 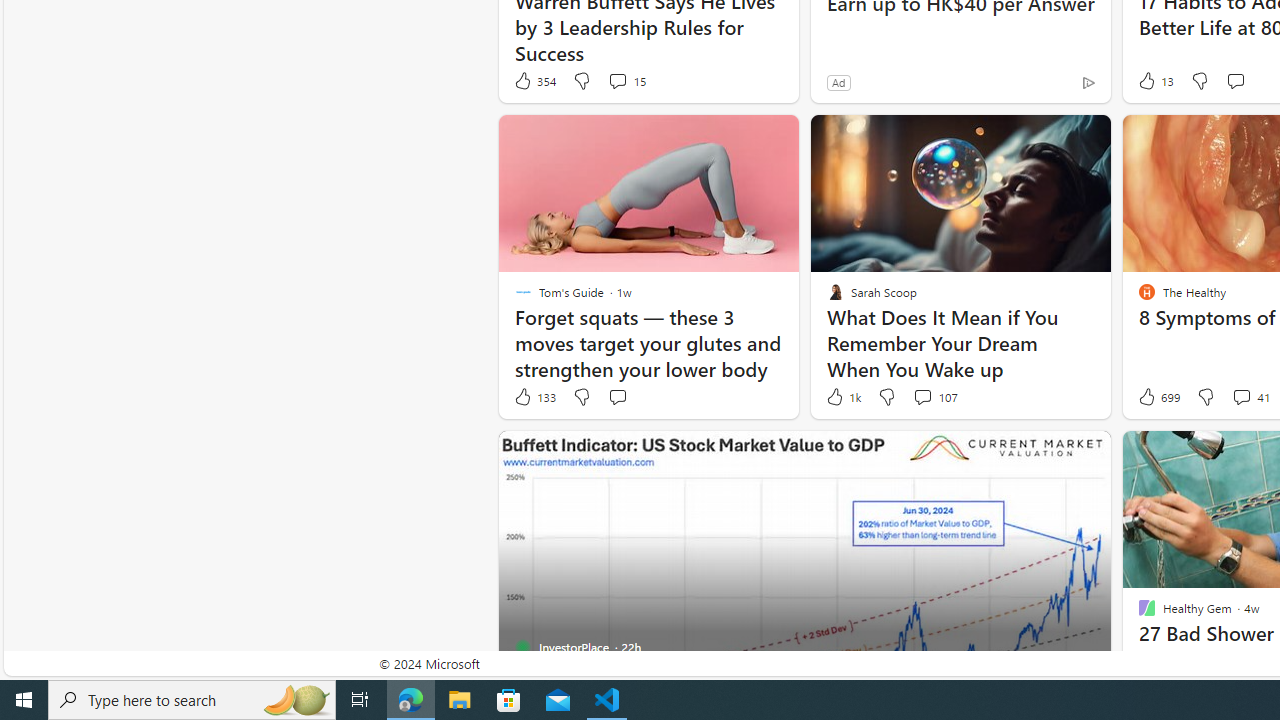 I want to click on 'Hide this story', so click(x=1049, y=455).